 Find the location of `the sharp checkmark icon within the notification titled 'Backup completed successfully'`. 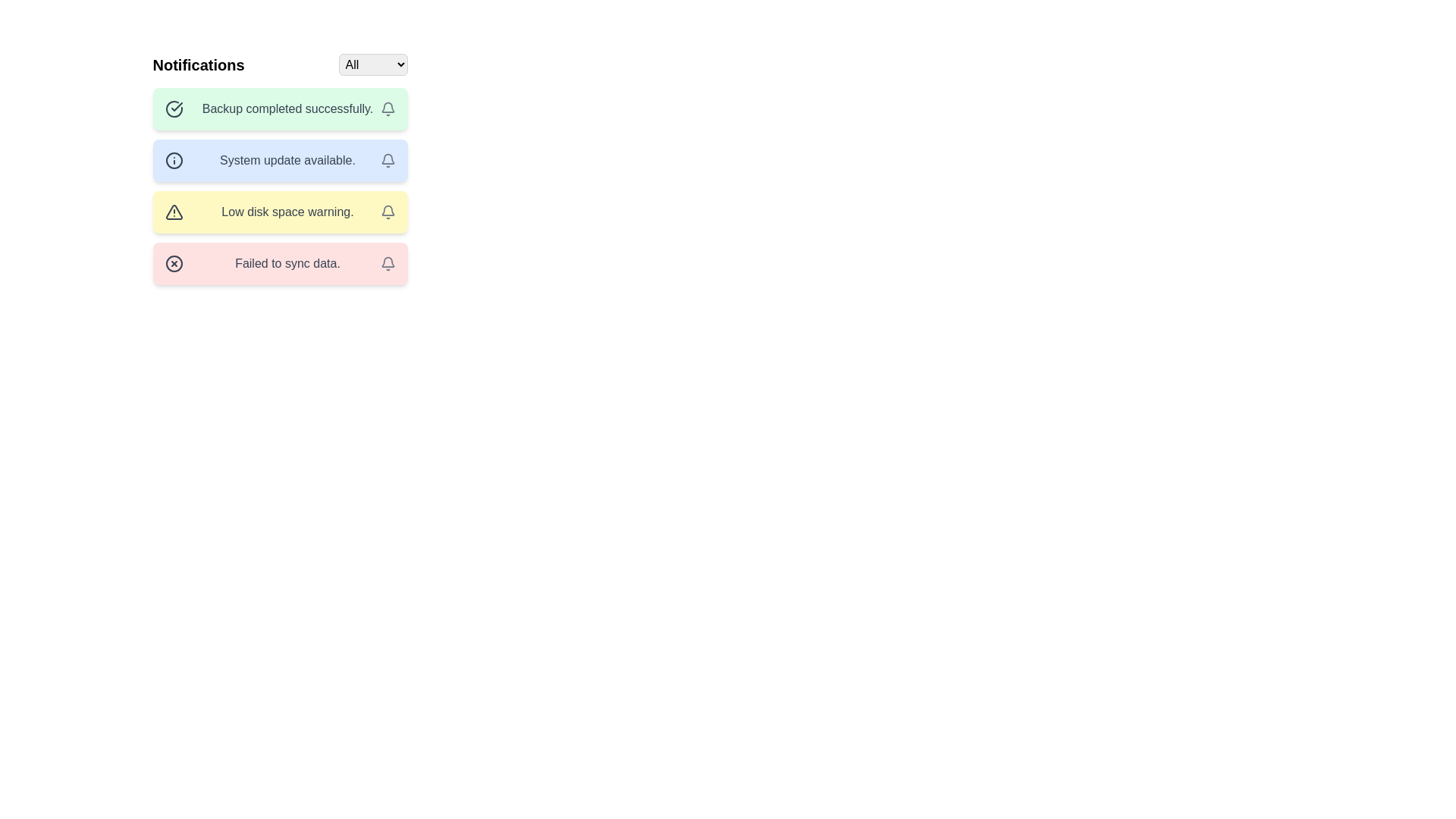

the sharp checkmark icon within the notification titled 'Backup completed successfully' is located at coordinates (177, 106).